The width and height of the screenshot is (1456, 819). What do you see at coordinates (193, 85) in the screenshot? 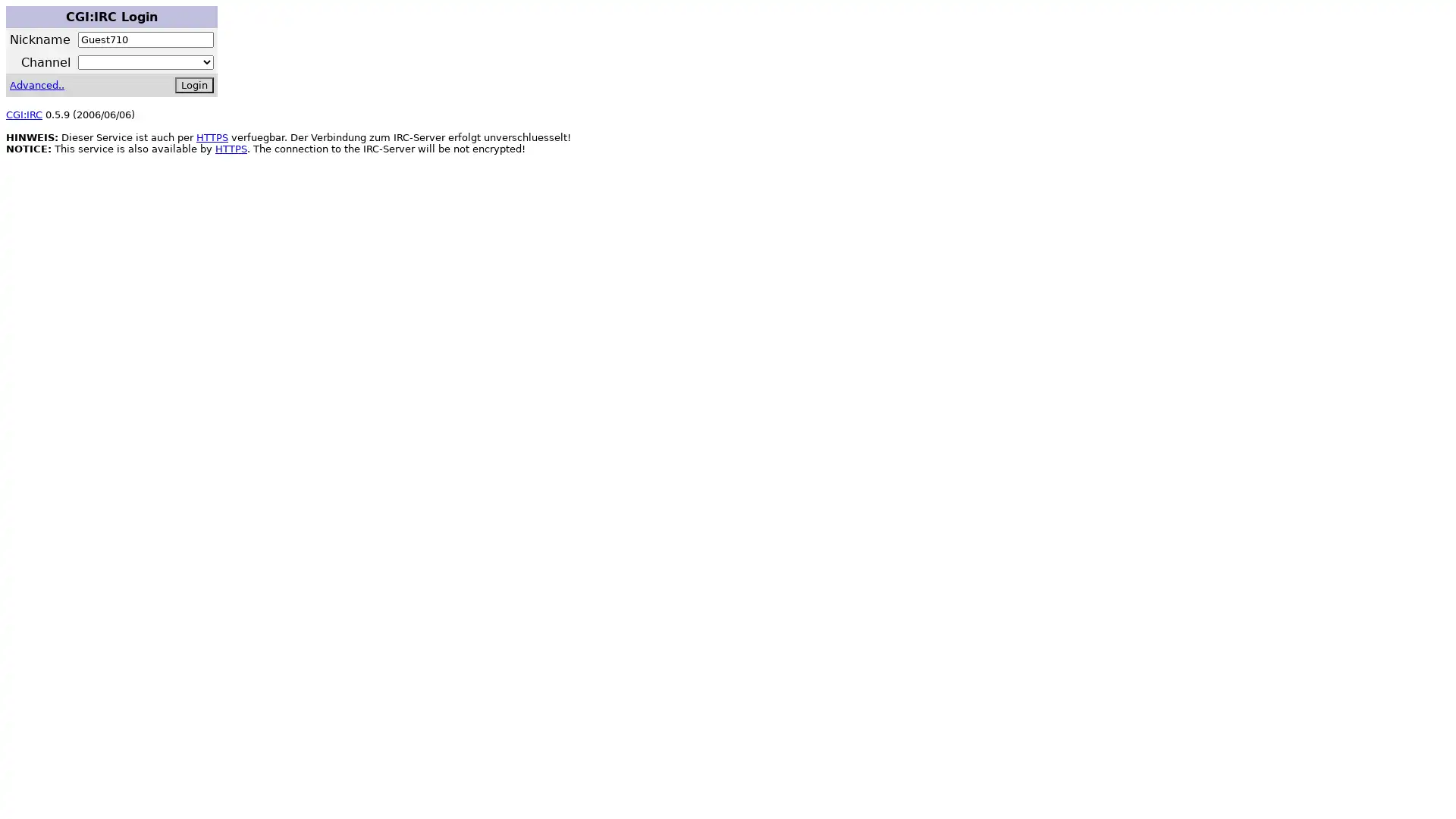
I see `Login` at bounding box center [193, 85].